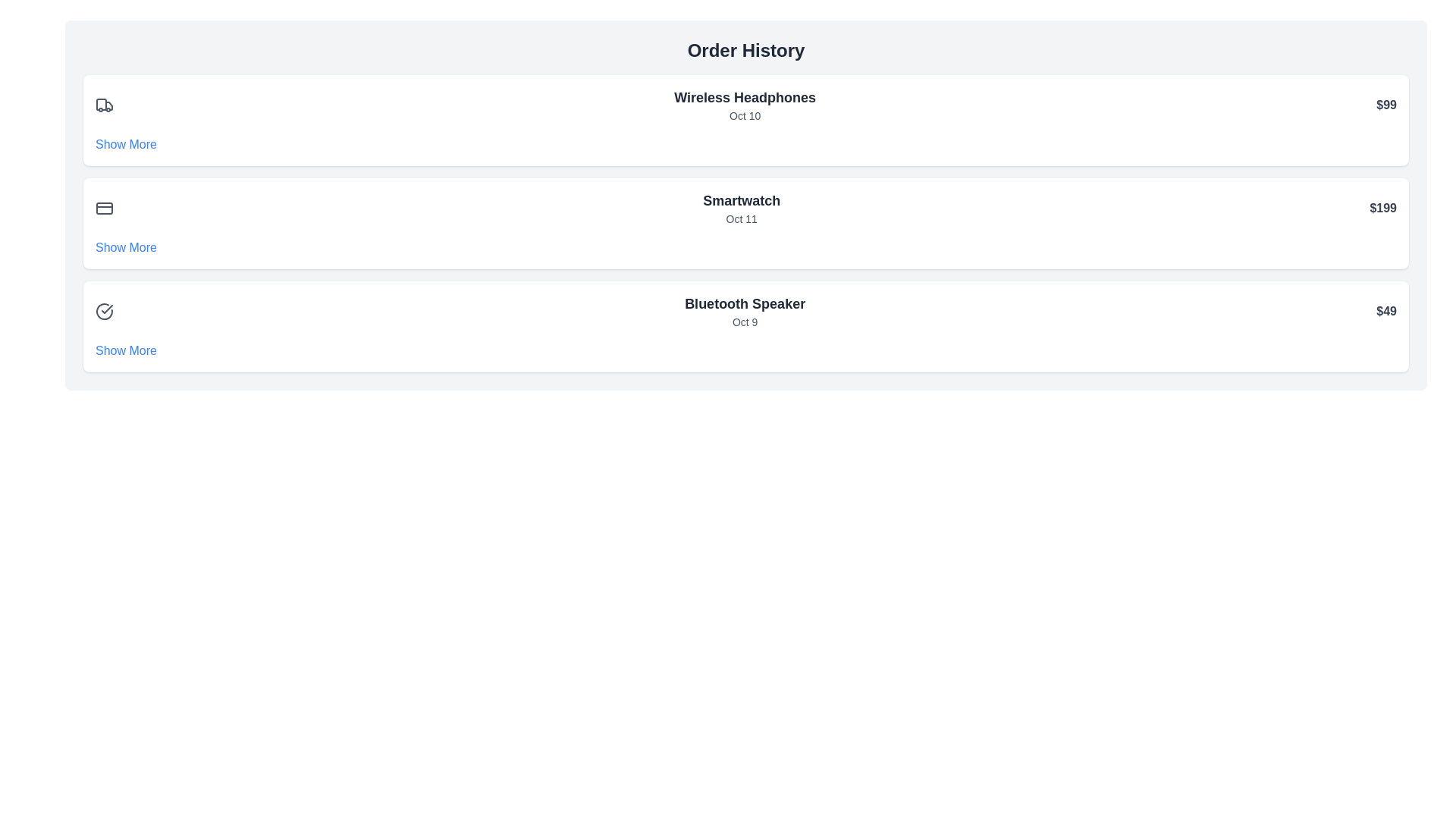 The width and height of the screenshot is (1456, 819). Describe the element at coordinates (126, 247) in the screenshot. I see `the hyperlink located at the bottom-right of the 'Smartwatch' product details card to change its color` at that location.